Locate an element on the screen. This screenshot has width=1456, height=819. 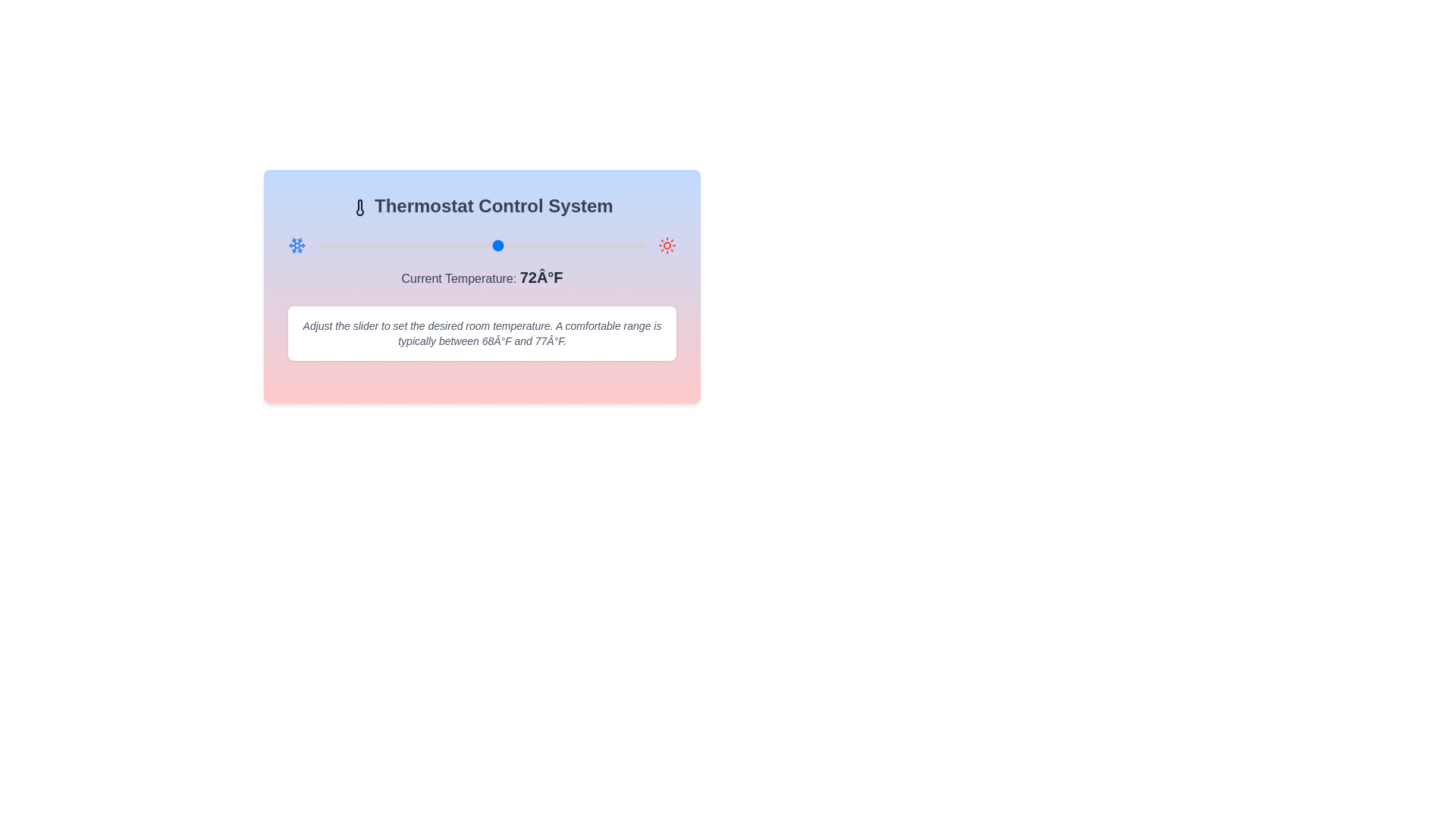
the temperature slider to set the temperature to 75°F is located at coordinates (523, 245).